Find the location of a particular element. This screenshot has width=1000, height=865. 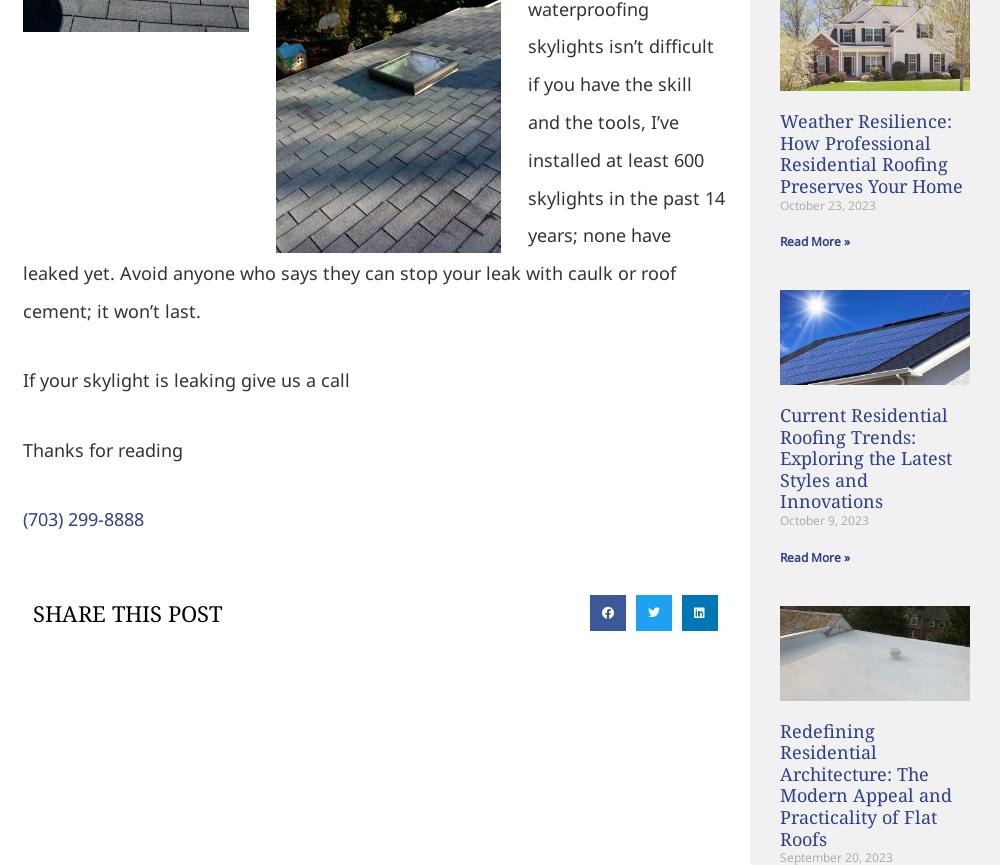

'If your skylight is leaking give us a call' is located at coordinates (22, 379).